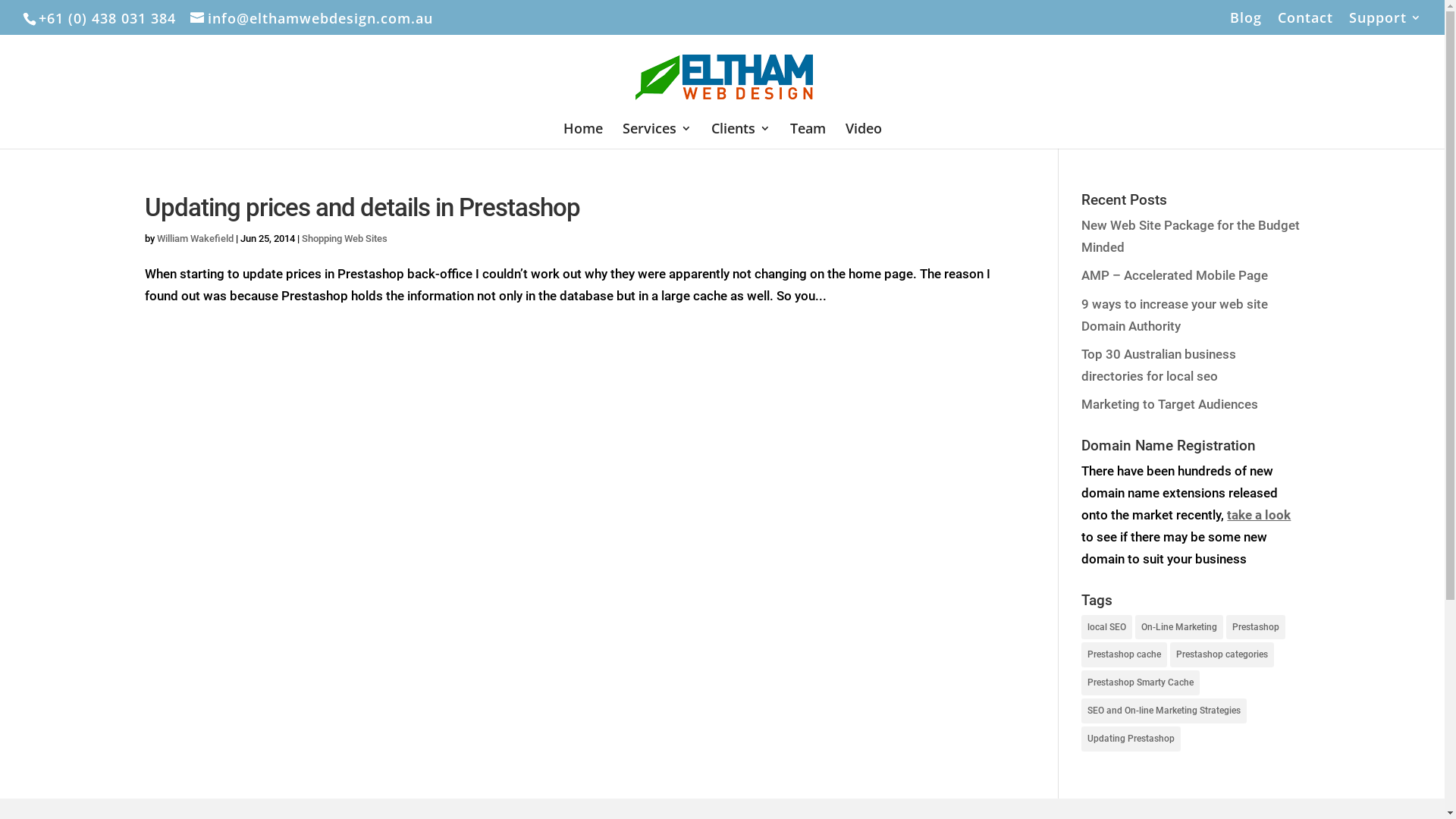 This screenshot has height=819, width=1456. What do you see at coordinates (1124, 654) in the screenshot?
I see `'Prestashop cache'` at bounding box center [1124, 654].